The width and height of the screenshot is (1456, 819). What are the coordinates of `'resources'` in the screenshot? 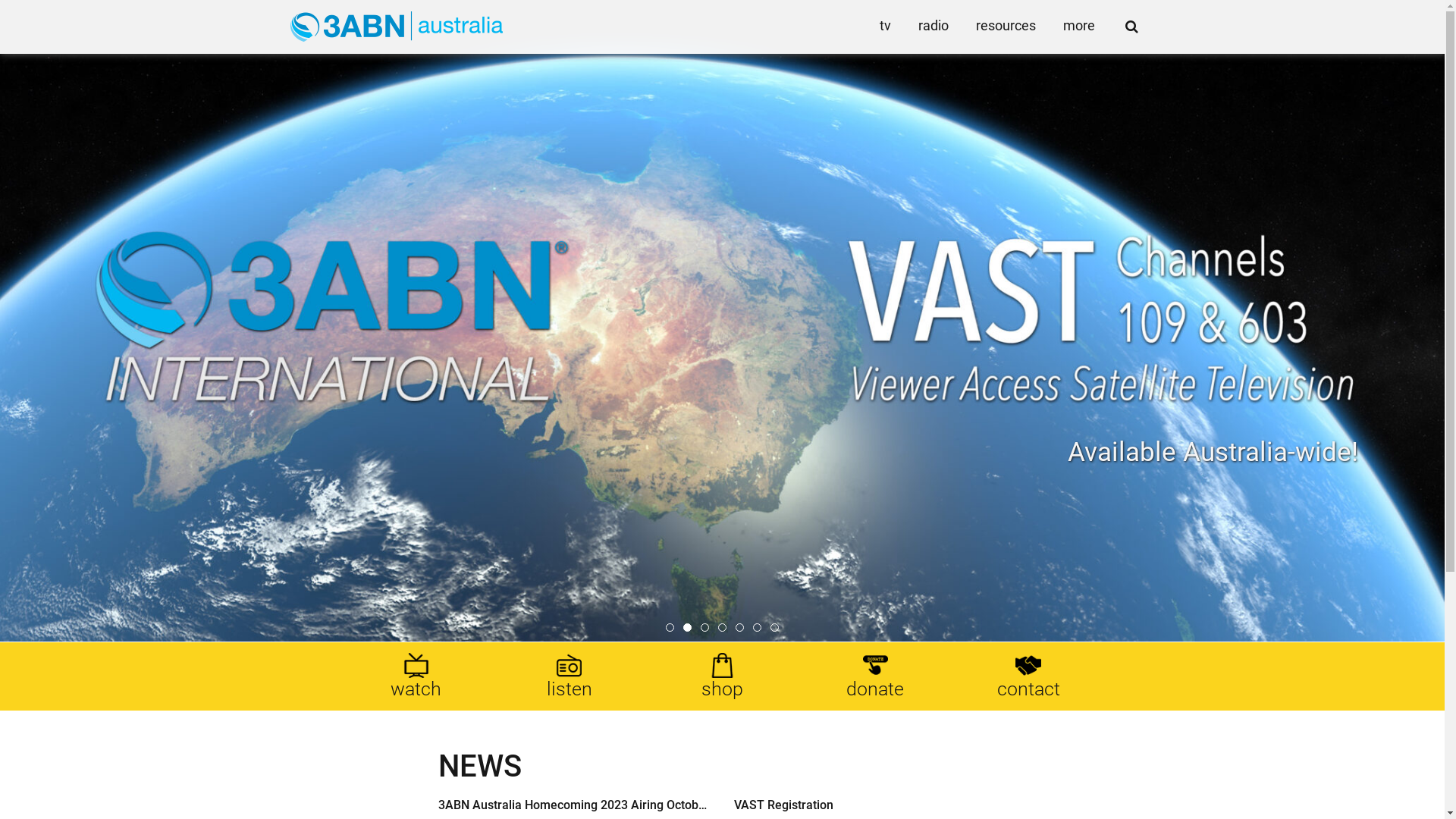 It's located at (960, 26).